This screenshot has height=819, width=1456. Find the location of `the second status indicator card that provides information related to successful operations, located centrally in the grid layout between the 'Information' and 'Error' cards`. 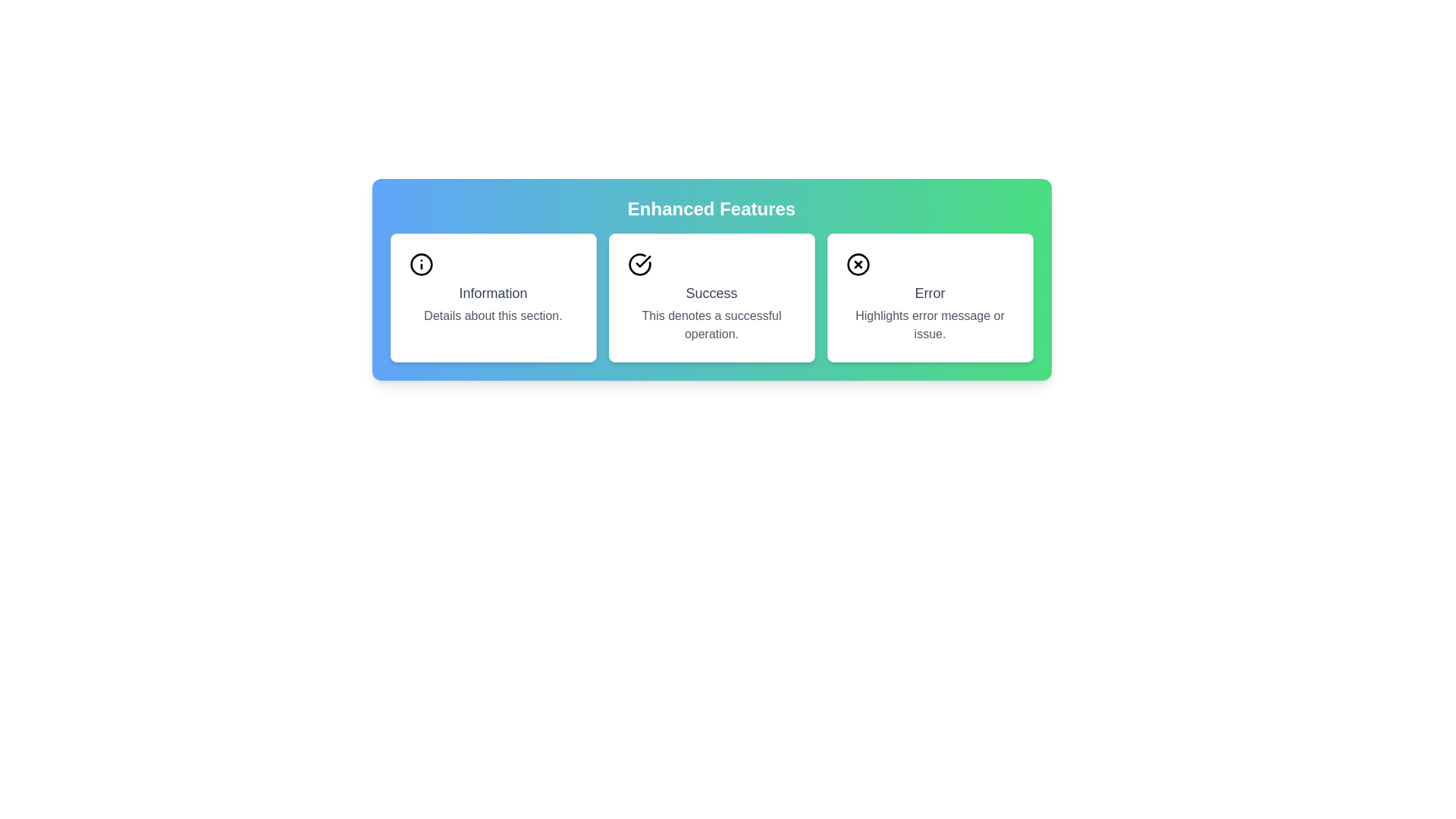

the second status indicator card that provides information related to successful operations, located centrally in the grid layout between the 'Information' and 'Error' cards is located at coordinates (711, 280).